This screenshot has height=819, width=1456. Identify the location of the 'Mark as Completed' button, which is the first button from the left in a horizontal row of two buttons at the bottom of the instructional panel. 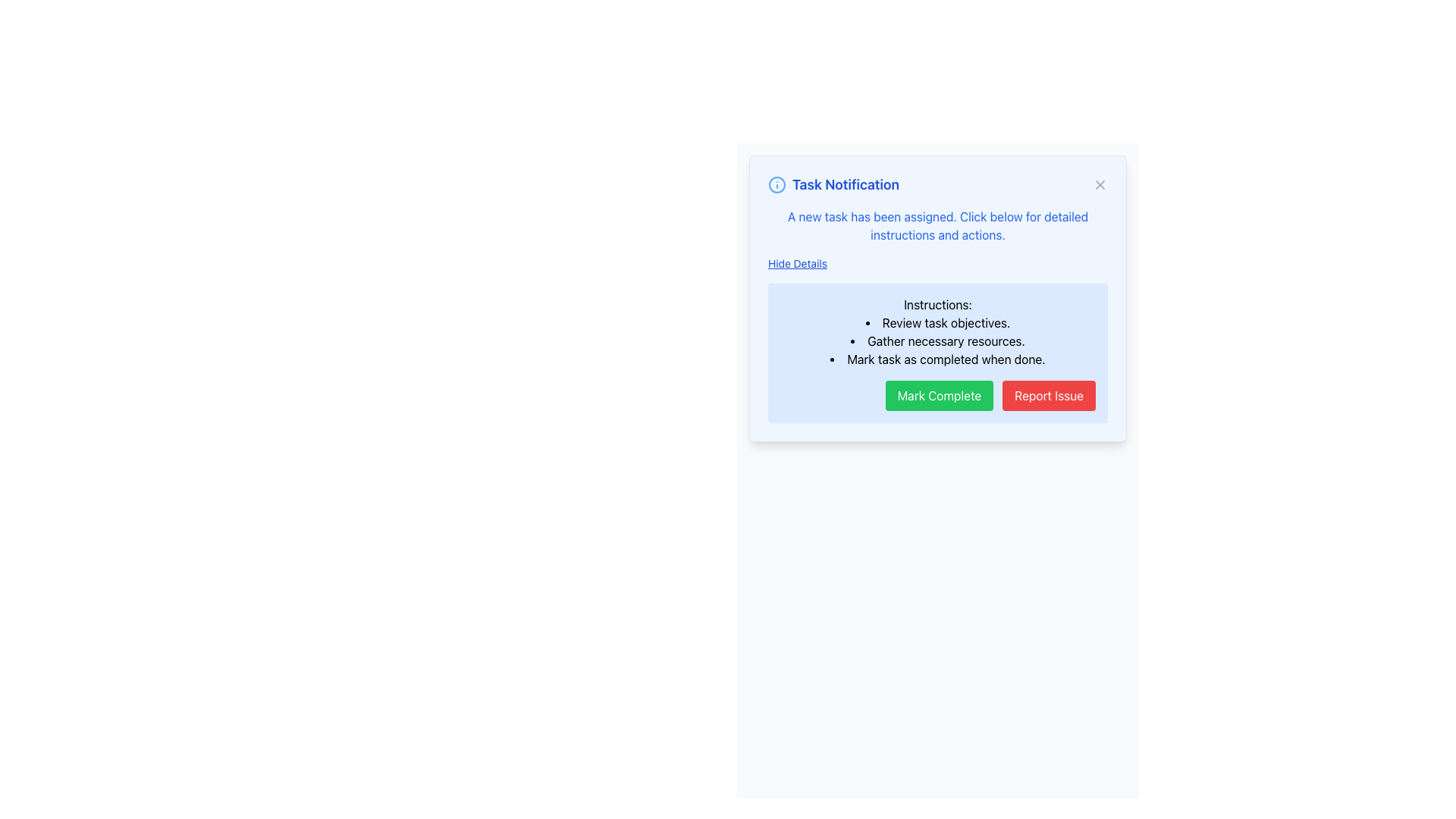
(938, 394).